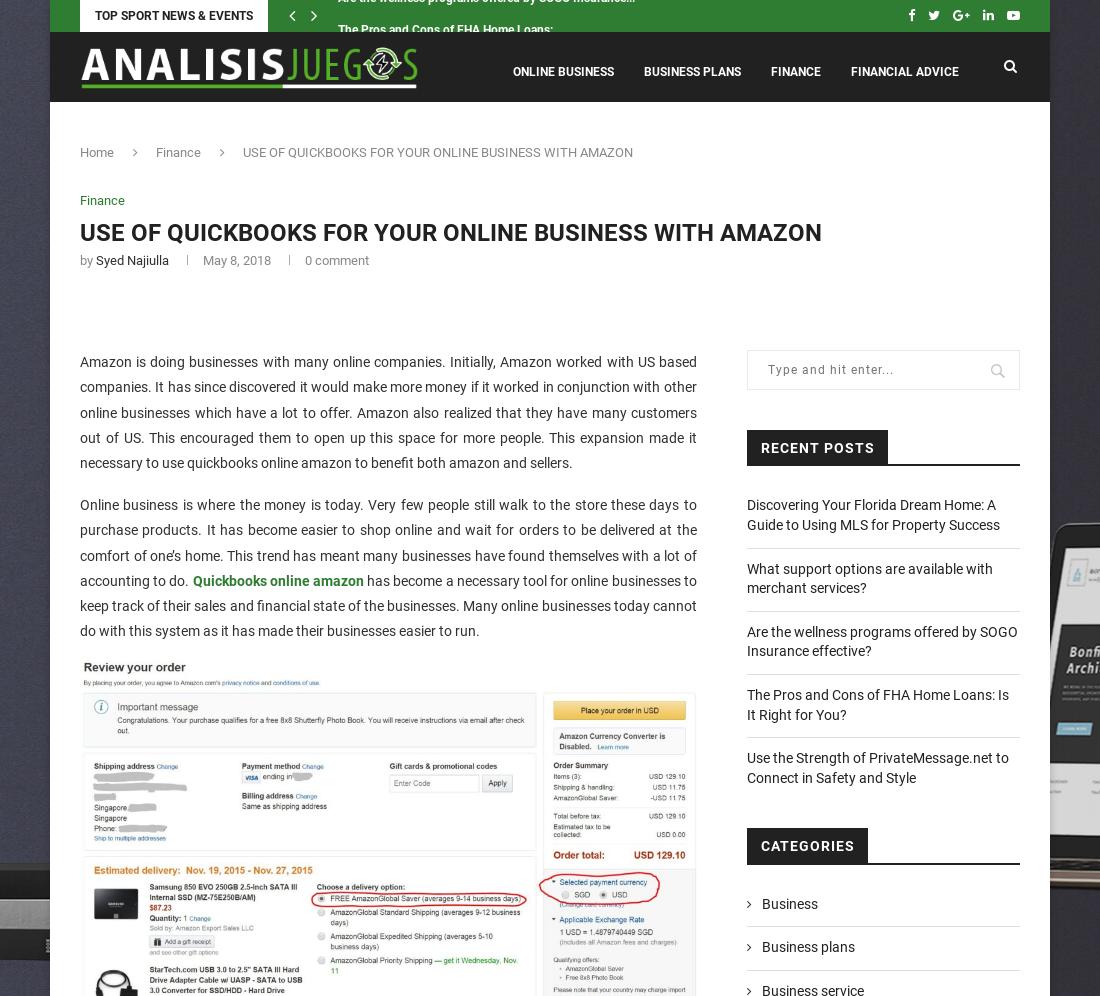 The width and height of the screenshot is (1100, 996). What do you see at coordinates (88, 260) in the screenshot?
I see `'by'` at bounding box center [88, 260].